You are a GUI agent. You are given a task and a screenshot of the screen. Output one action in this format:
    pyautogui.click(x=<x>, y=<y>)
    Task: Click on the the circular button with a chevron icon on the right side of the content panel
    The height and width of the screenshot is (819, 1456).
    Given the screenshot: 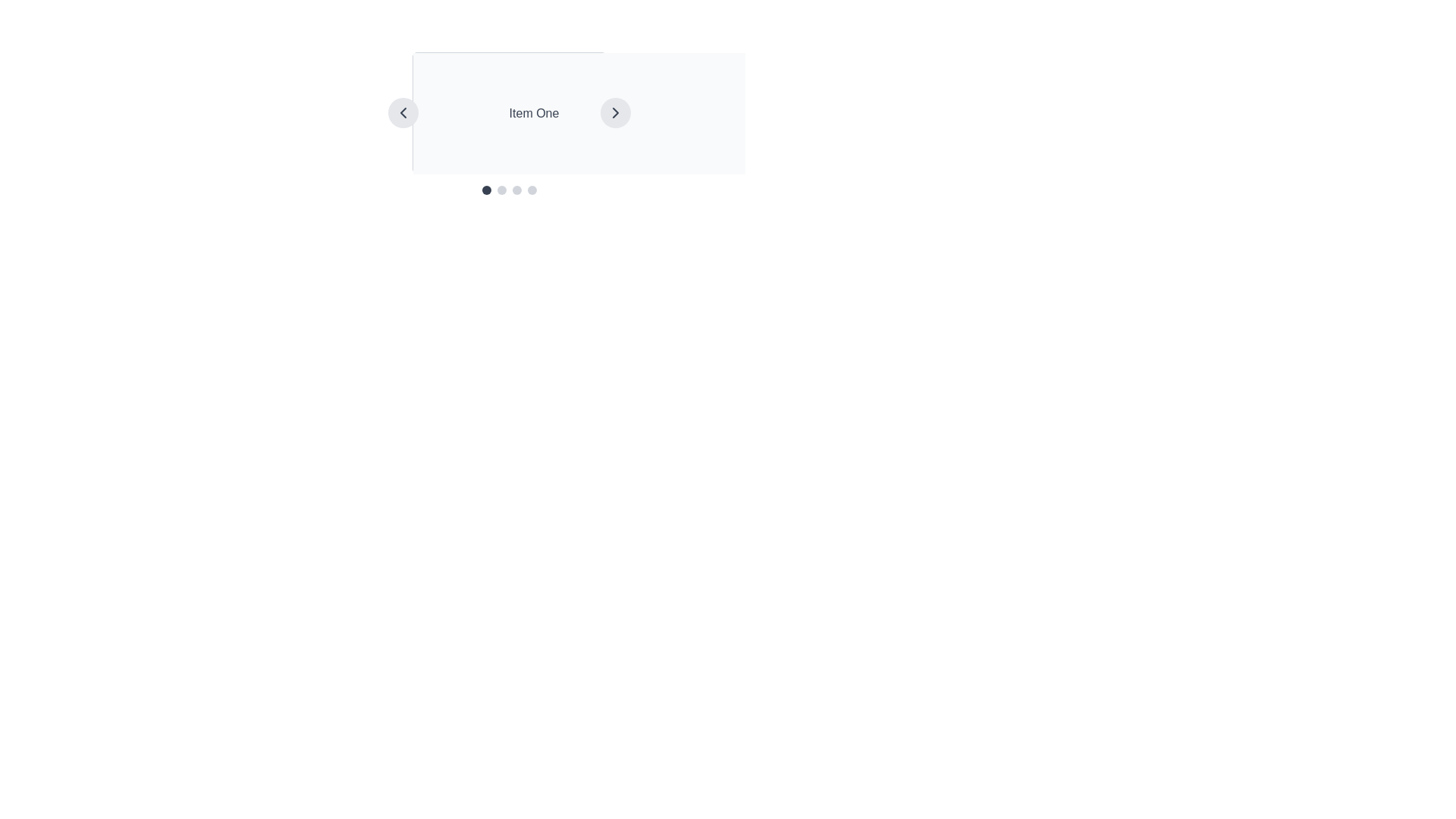 What is the action you would take?
    pyautogui.click(x=615, y=112)
    